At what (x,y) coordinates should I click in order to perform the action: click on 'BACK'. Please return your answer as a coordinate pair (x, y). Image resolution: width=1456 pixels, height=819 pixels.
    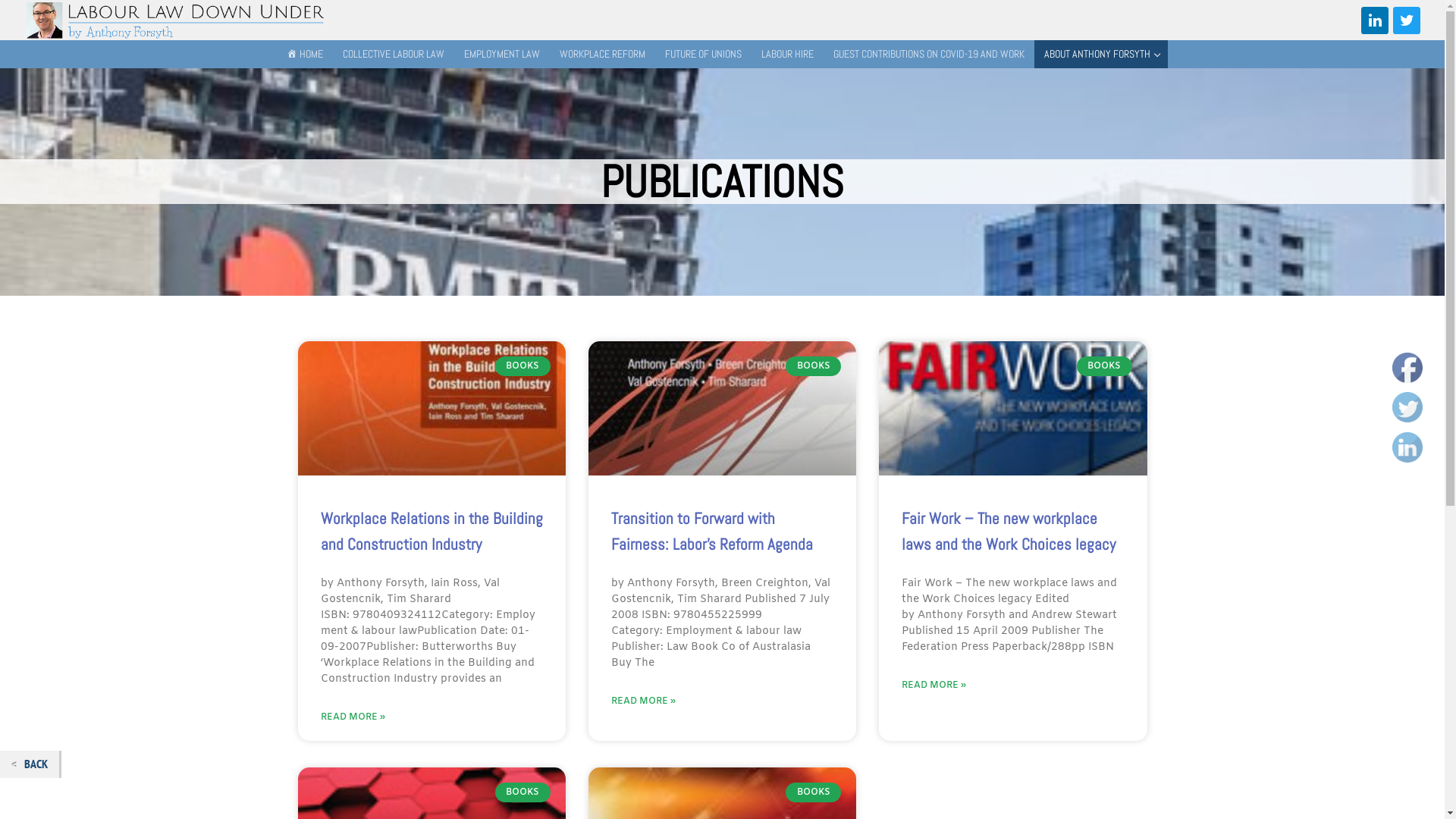
    Looking at the image, I should click on (29, 764).